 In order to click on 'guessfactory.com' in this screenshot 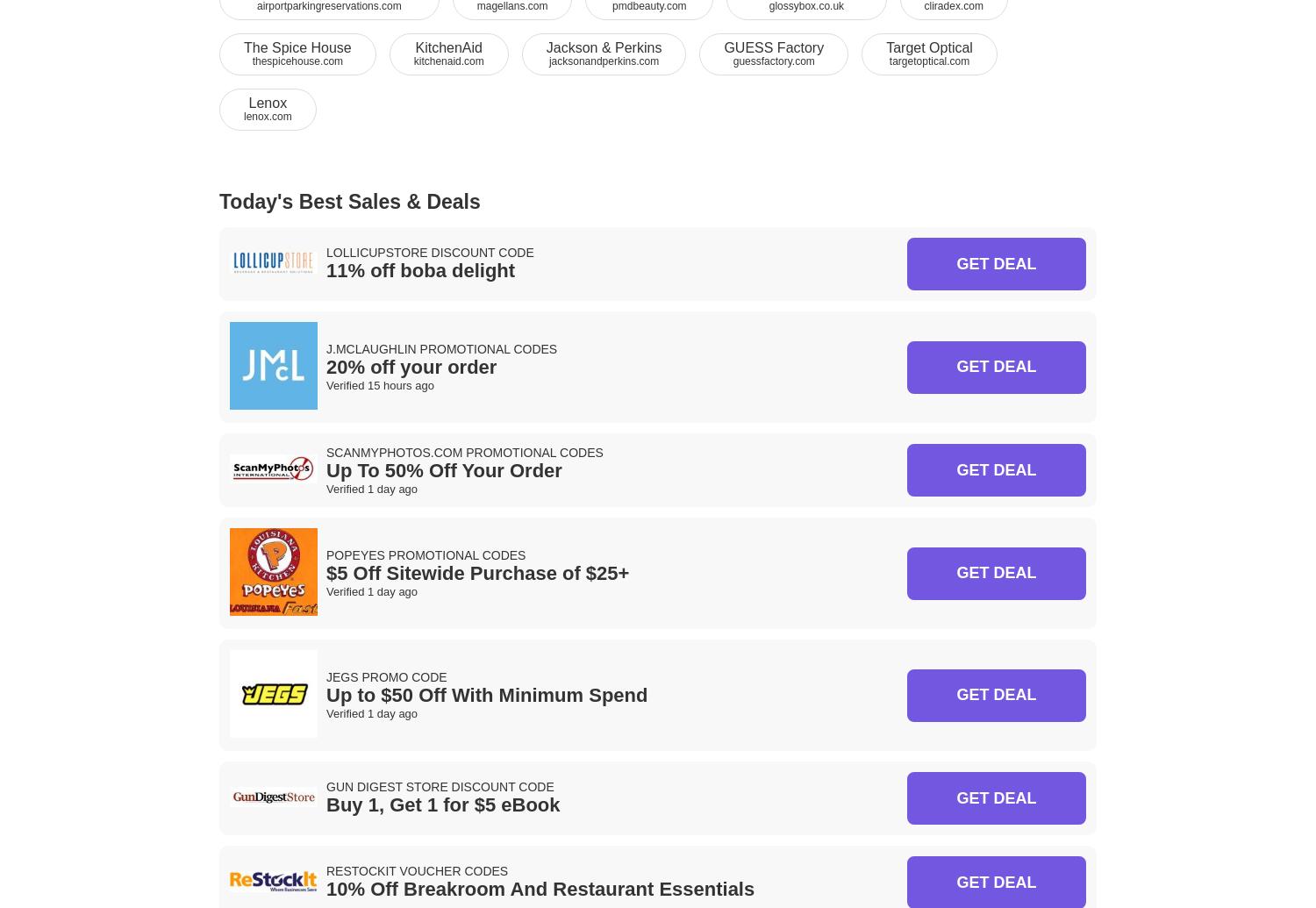, I will do `click(732, 61)`.